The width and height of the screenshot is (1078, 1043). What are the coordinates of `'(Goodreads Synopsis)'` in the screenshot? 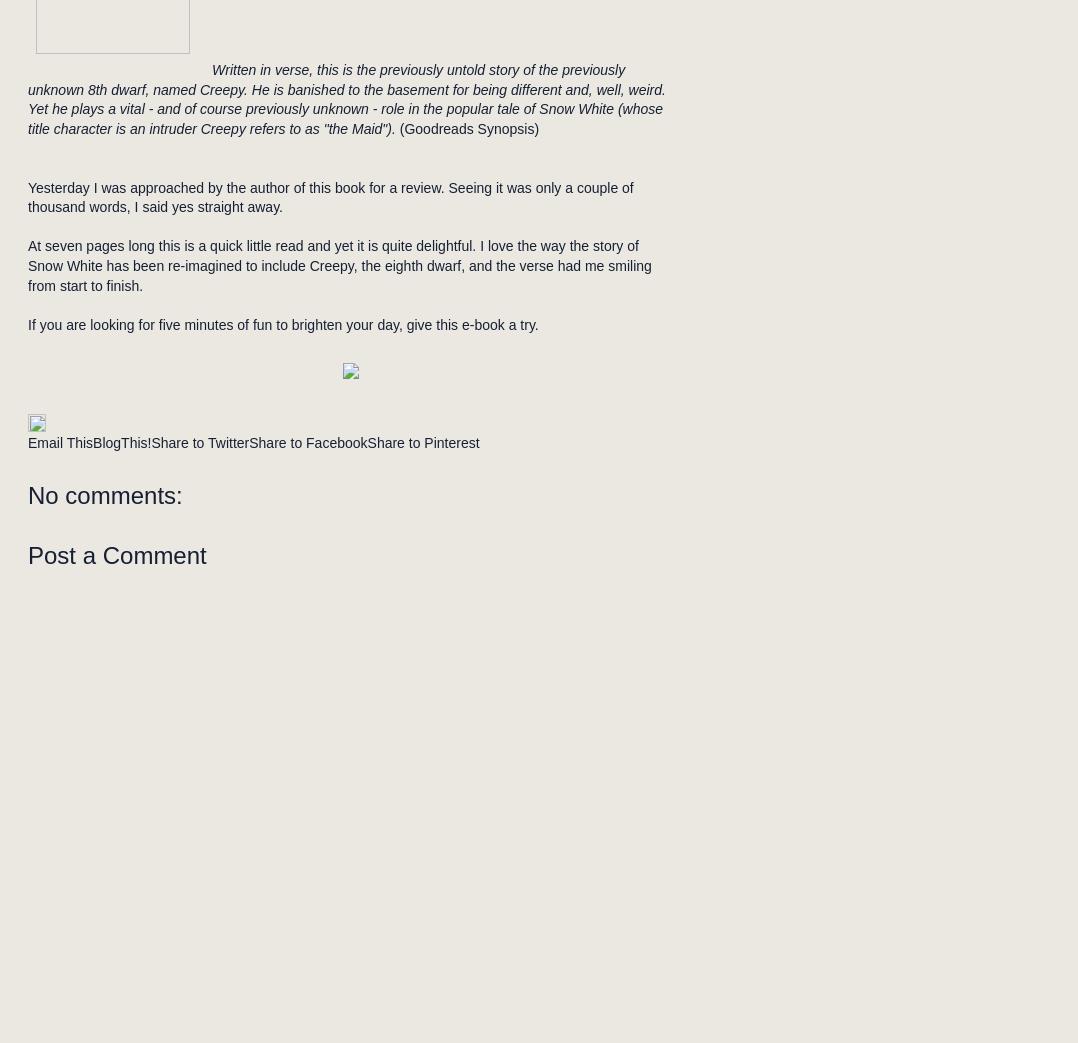 It's located at (465, 127).